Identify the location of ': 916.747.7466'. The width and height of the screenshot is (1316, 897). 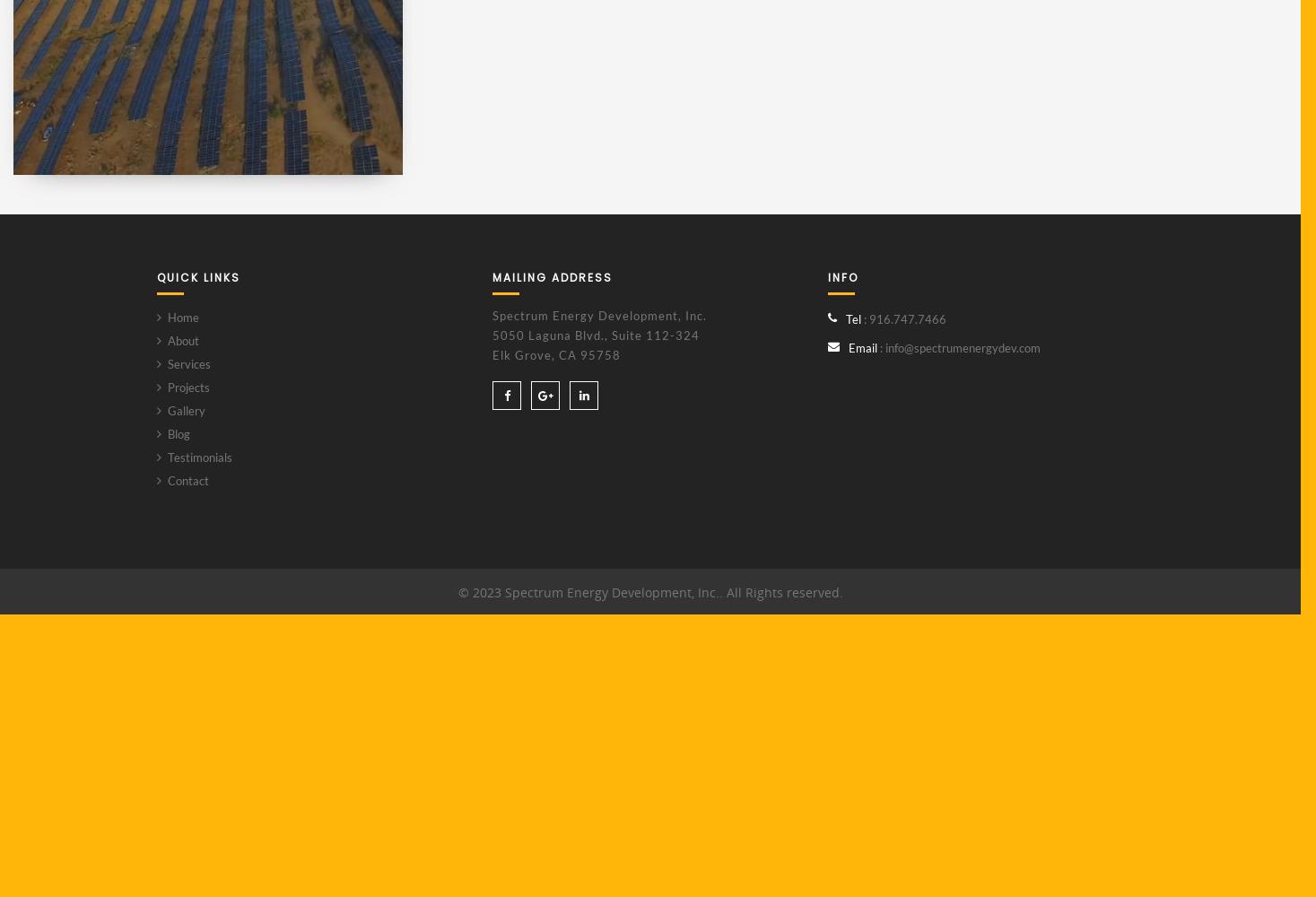
(905, 318).